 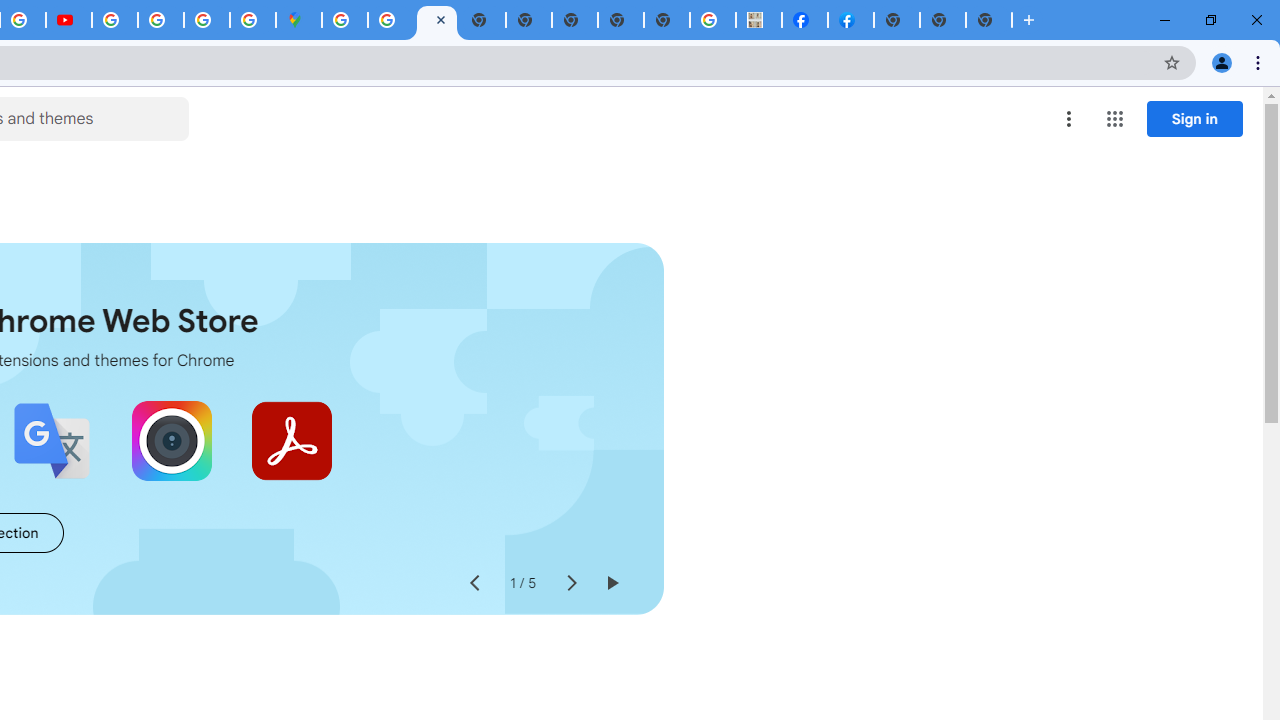 What do you see at coordinates (171, 440) in the screenshot?
I see `'Awesome Screen Recorder & Screenshot'` at bounding box center [171, 440].